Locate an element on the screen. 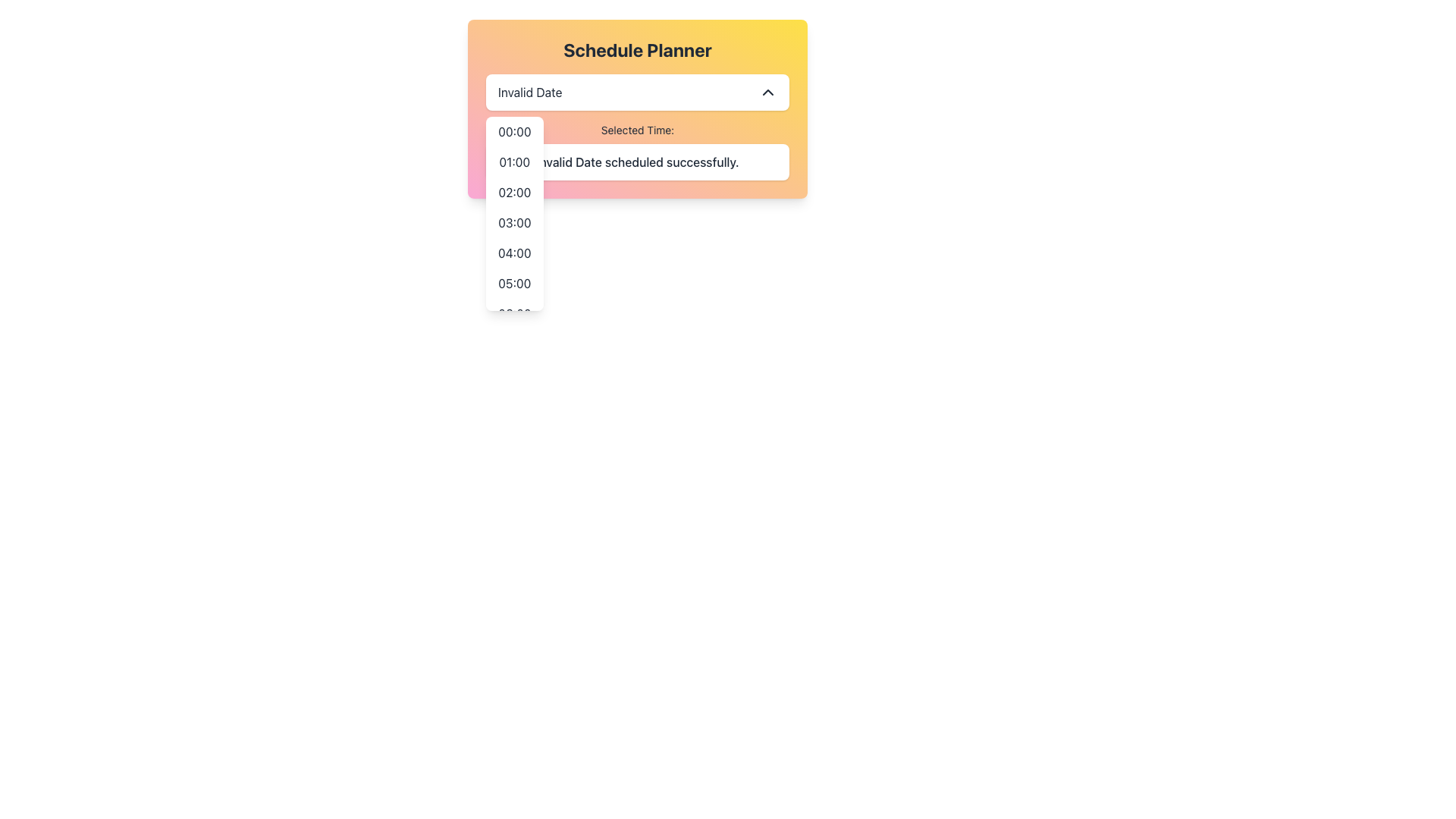 This screenshot has width=1456, height=819. the clickable list item for the time '06:00' in the dropdown menu is located at coordinates (514, 312).